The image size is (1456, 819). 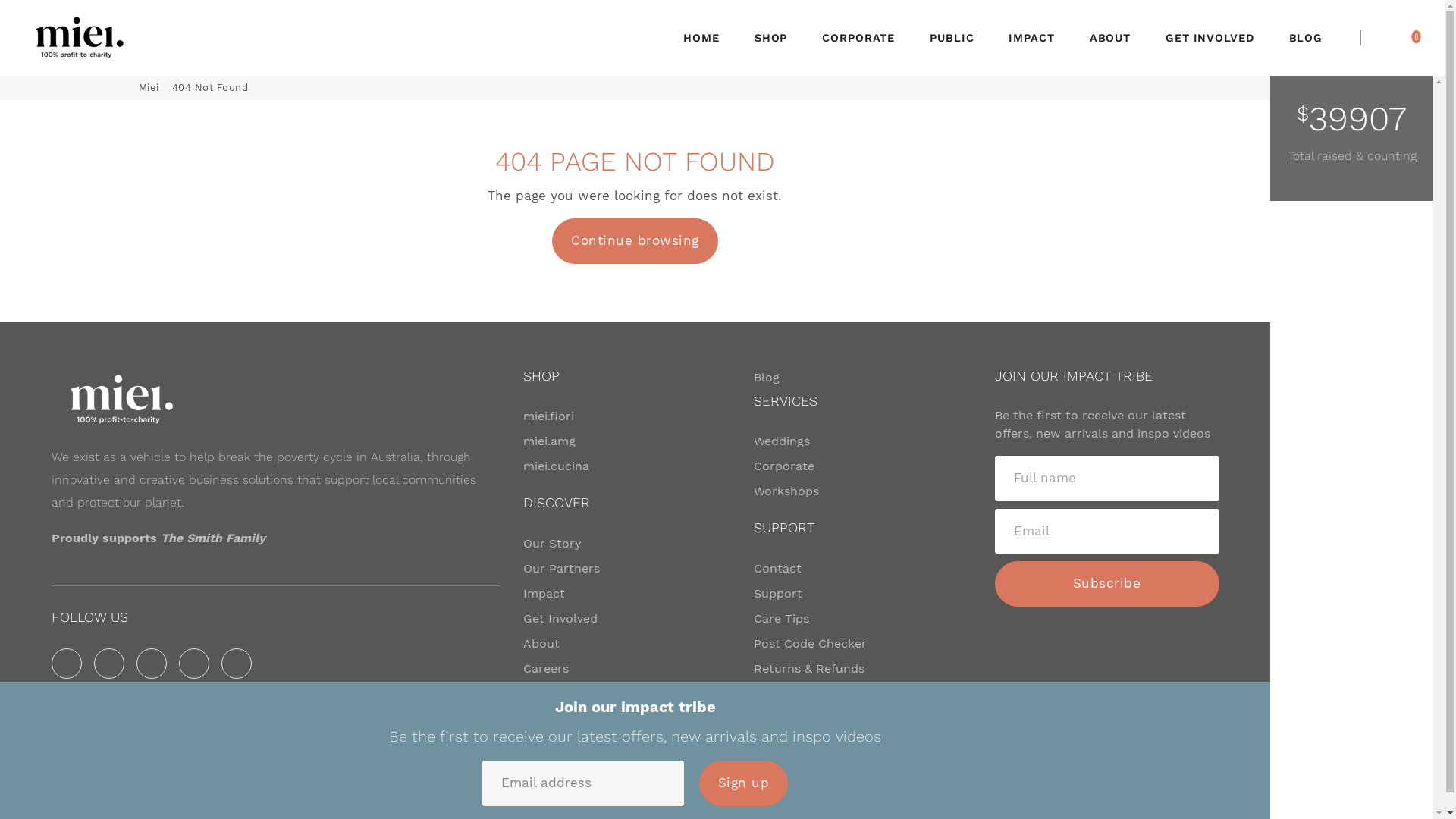 What do you see at coordinates (1379, 35) in the screenshot?
I see `'Log In'` at bounding box center [1379, 35].